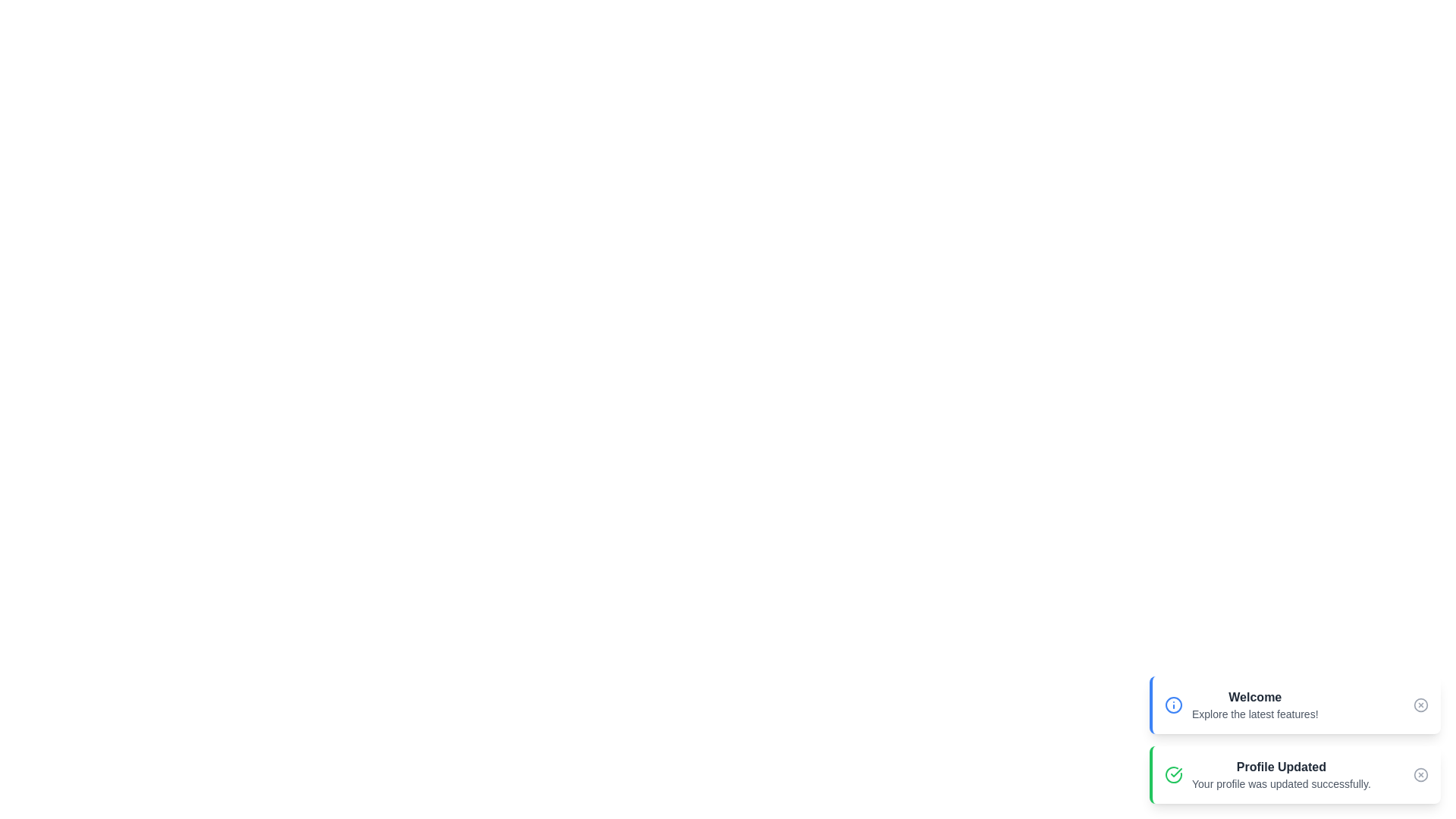 The width and height of the screenshot is (1456, 819). Describe the element at coordinates (1420, 775) in the screenshot. I see `the close button of the snackbar with the title Profile Updated` at that location.